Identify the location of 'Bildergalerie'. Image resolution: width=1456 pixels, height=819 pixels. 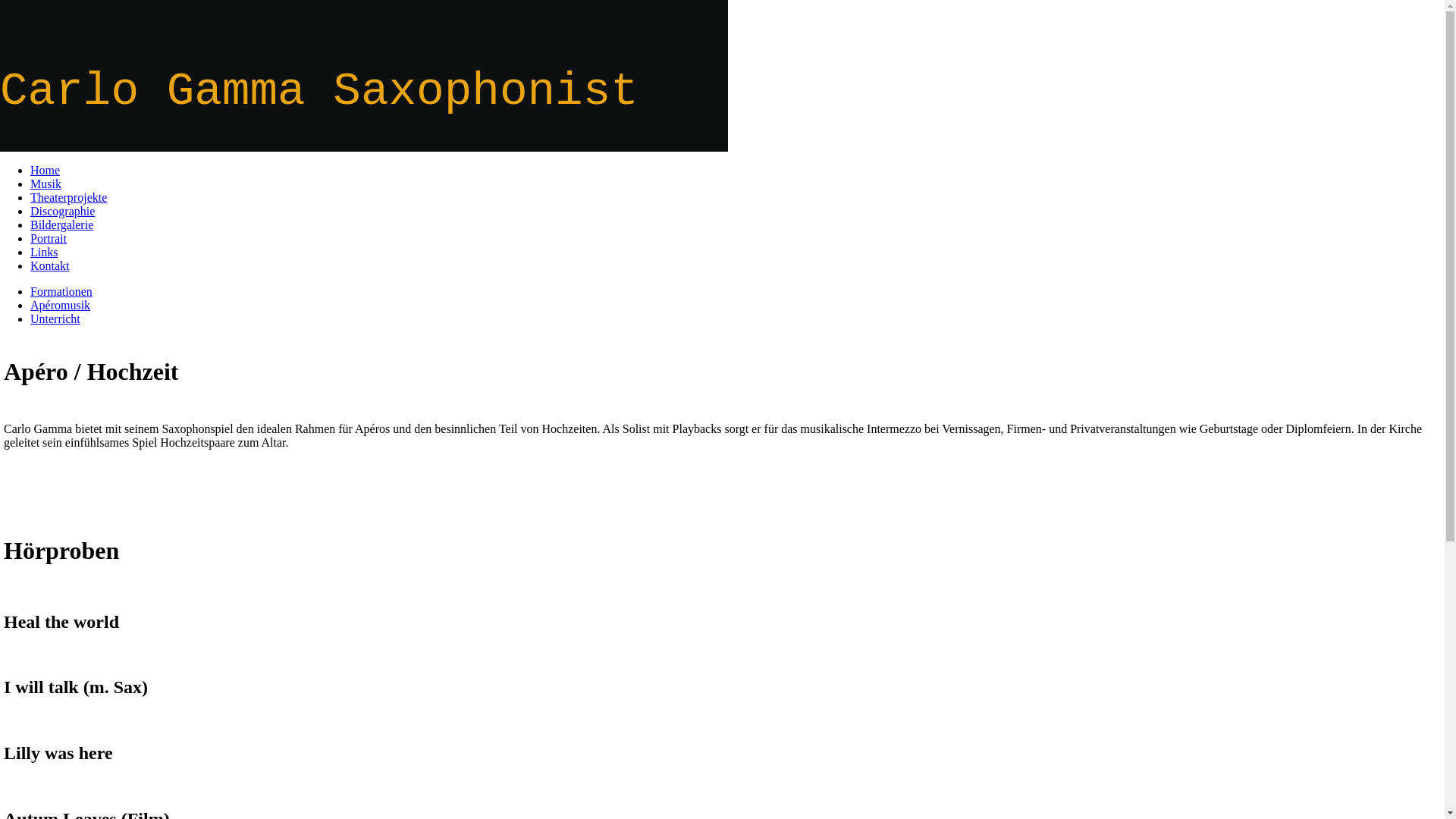
(30, 224).